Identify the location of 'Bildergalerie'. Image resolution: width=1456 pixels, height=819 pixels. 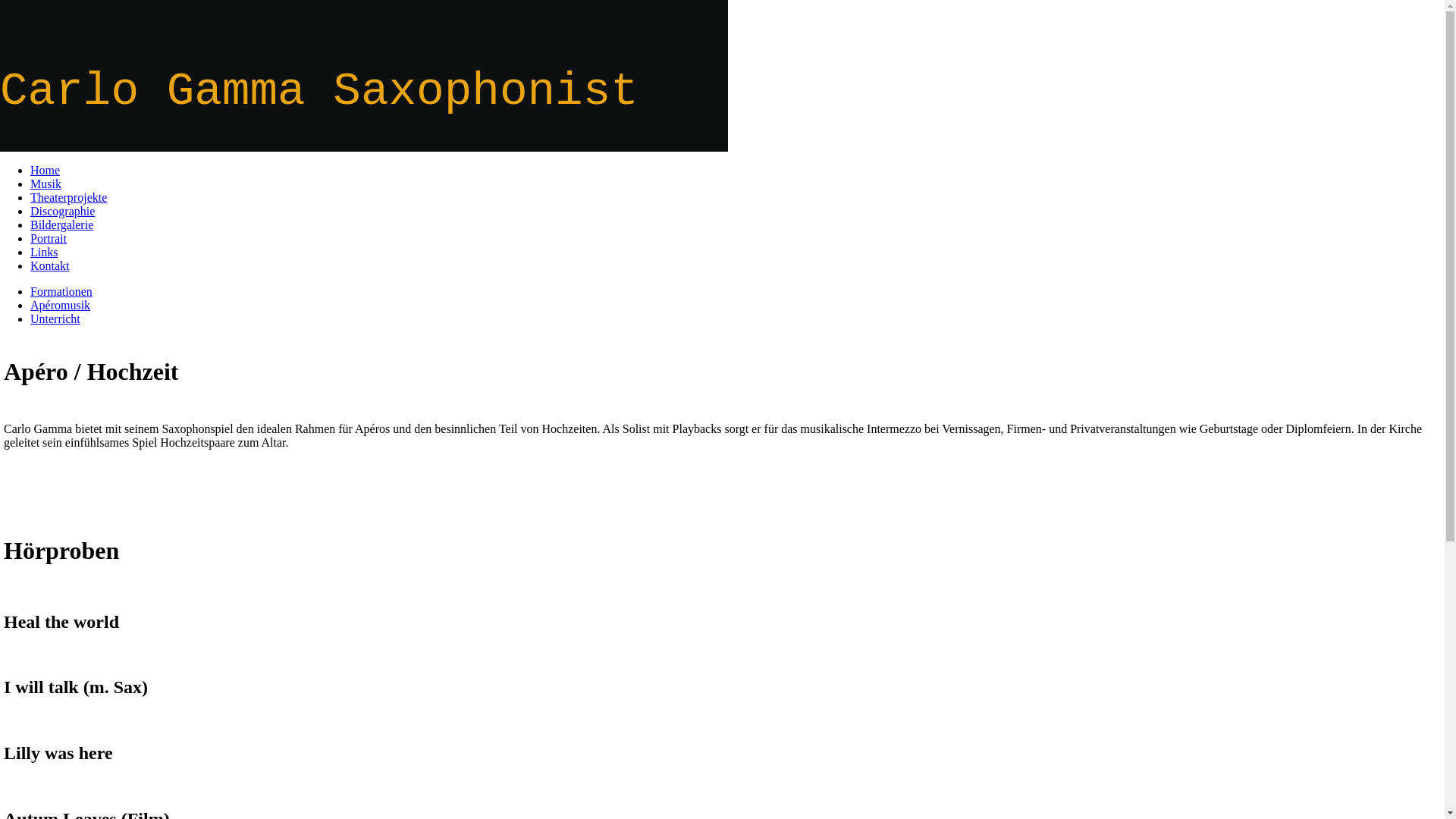
(30, 224).